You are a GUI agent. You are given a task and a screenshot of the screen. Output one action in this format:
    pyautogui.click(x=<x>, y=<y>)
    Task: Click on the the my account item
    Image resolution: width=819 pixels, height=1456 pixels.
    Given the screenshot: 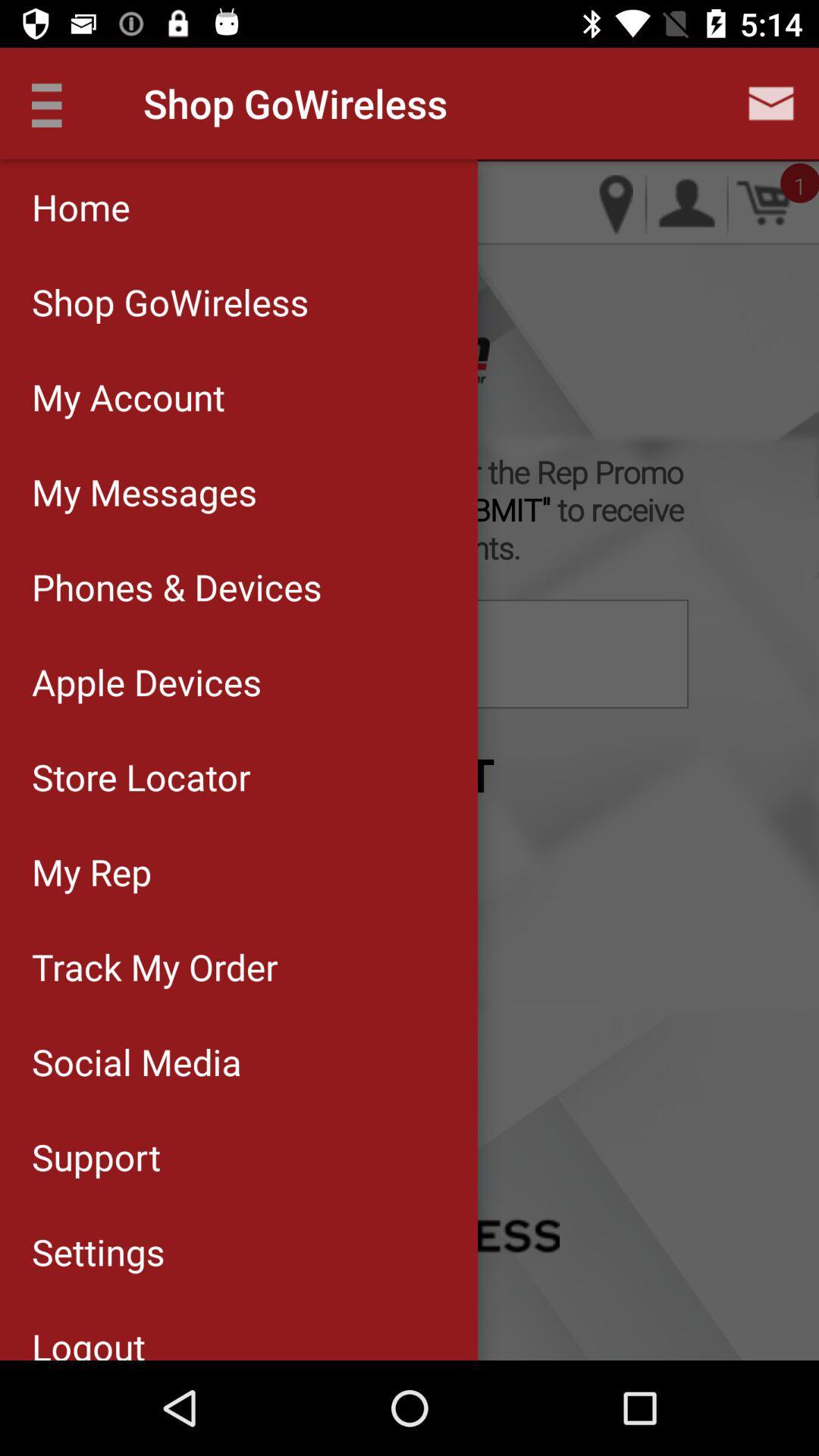 What is the action you would take?
    pyautogui.click(x=239, y=397)
    